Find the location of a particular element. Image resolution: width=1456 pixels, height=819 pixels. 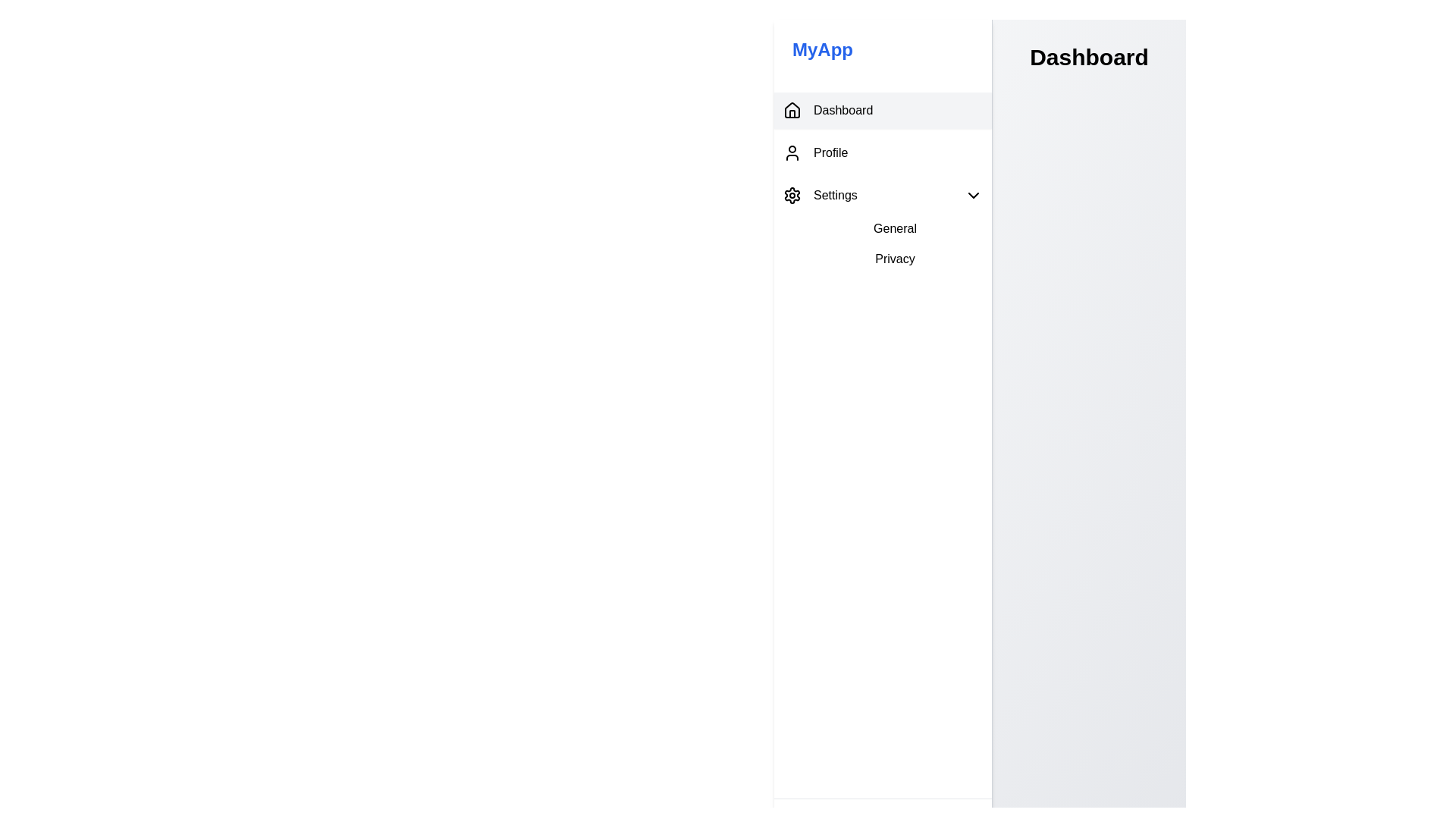

the 'Privacy' text label in the Settings section is located at coordinates (895, 259).